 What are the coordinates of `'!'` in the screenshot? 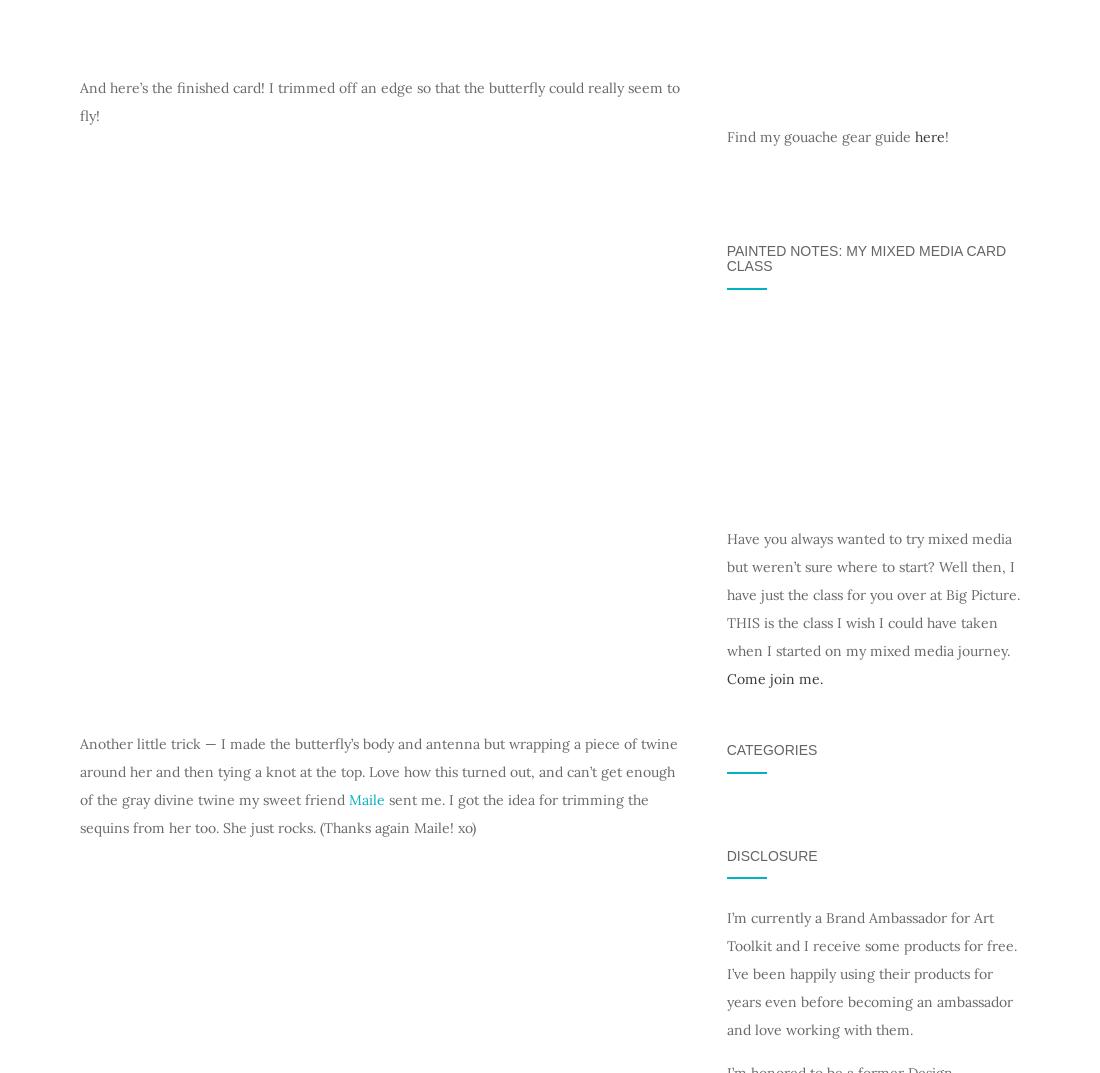 It's located at (946, 134).